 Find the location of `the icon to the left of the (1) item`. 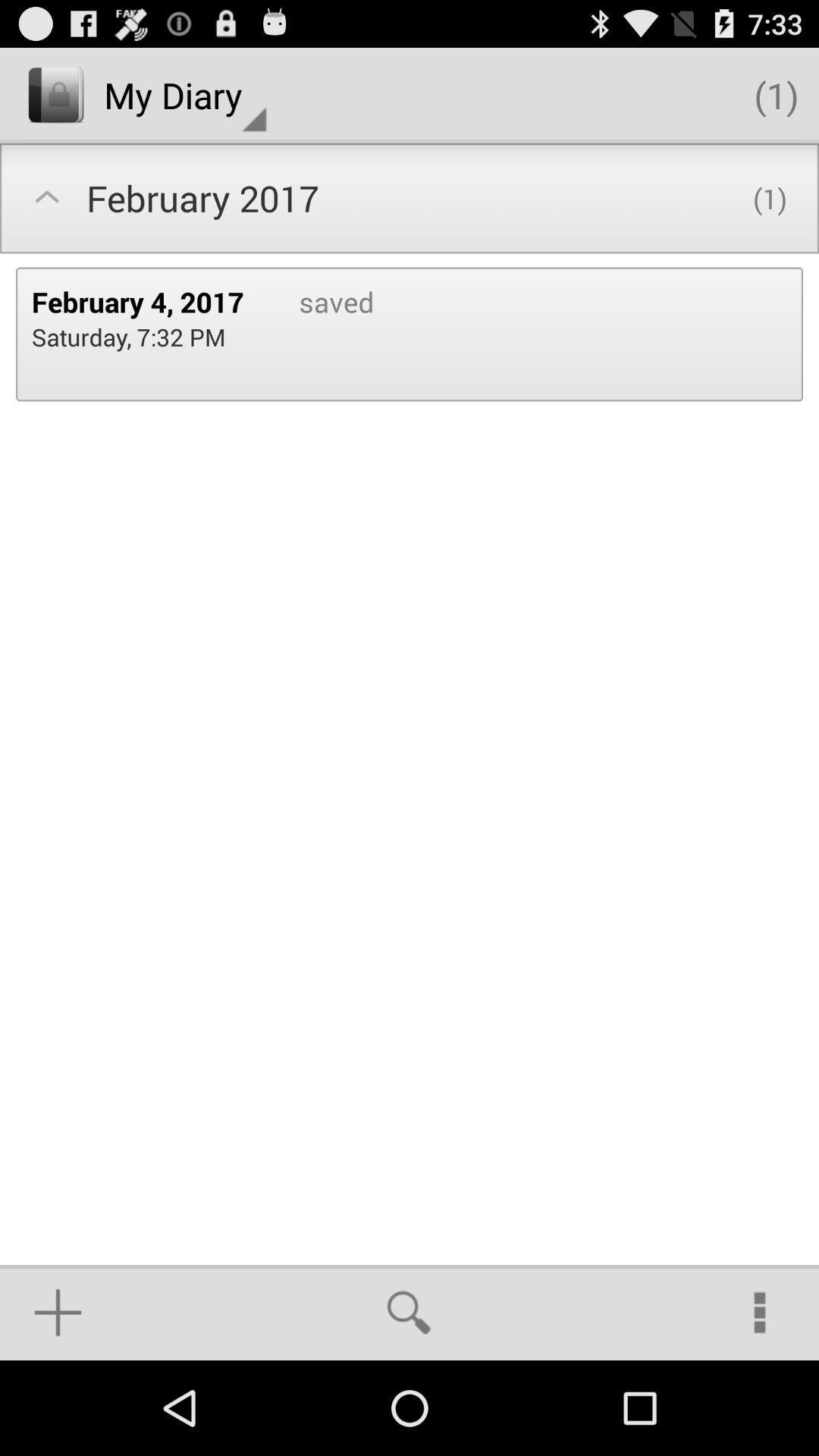

the icon to the left of the (1) item is located at coordinates (184, 94).